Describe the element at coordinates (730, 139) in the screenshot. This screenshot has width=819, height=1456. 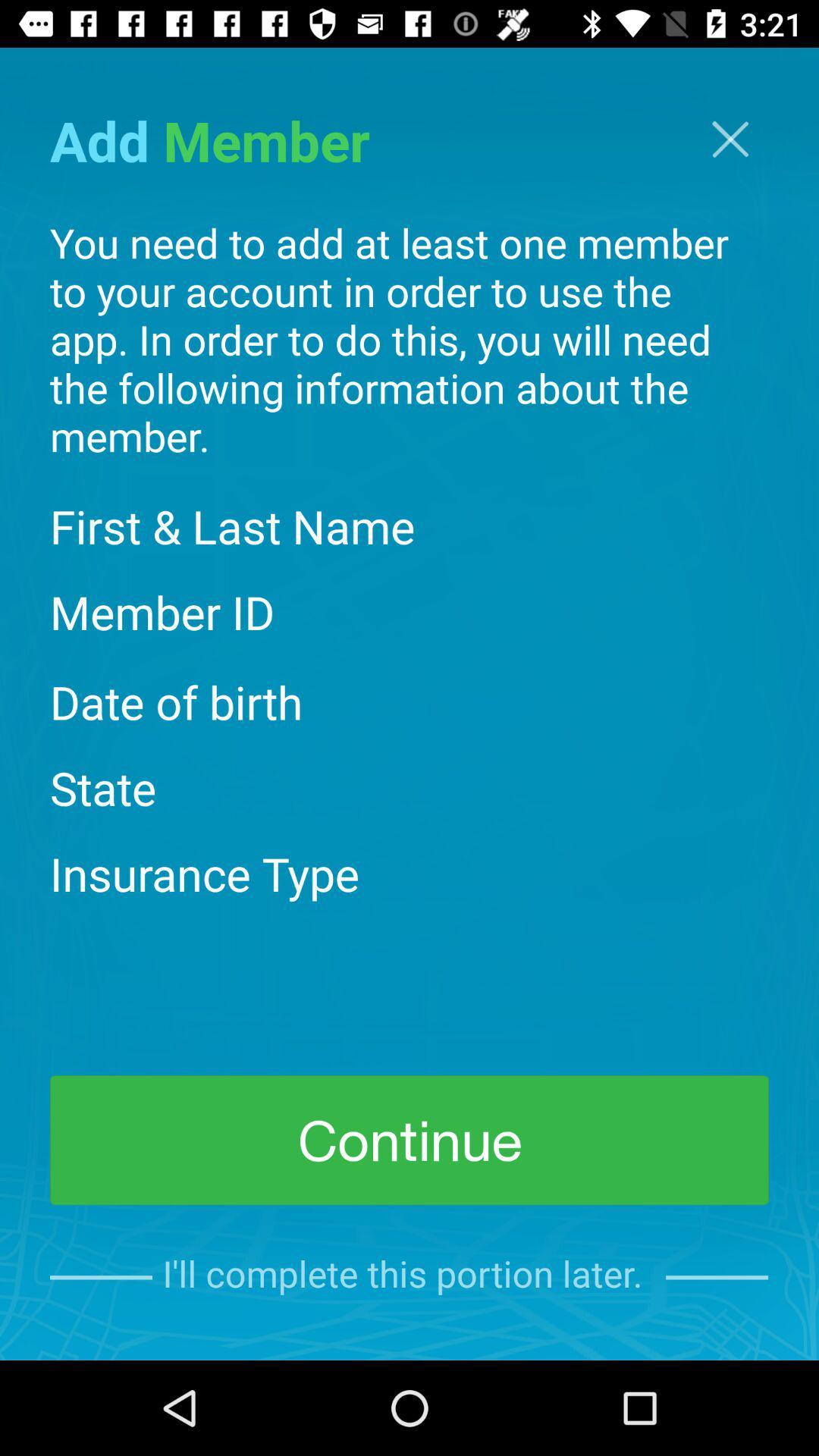
I see `close` at that location.